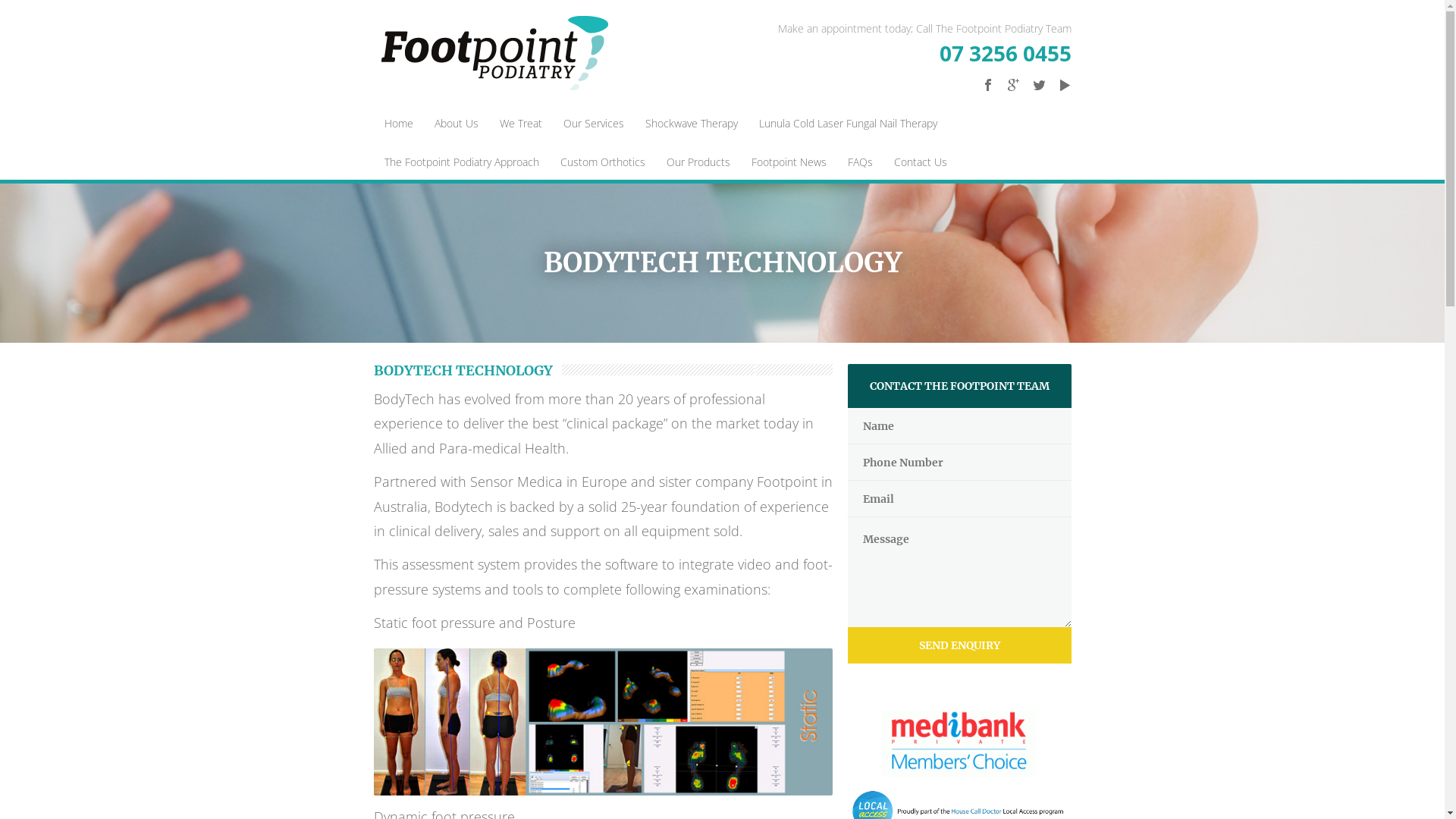  I want to click on 'The Footpoint Podiatry Approach', so click(372, 164).